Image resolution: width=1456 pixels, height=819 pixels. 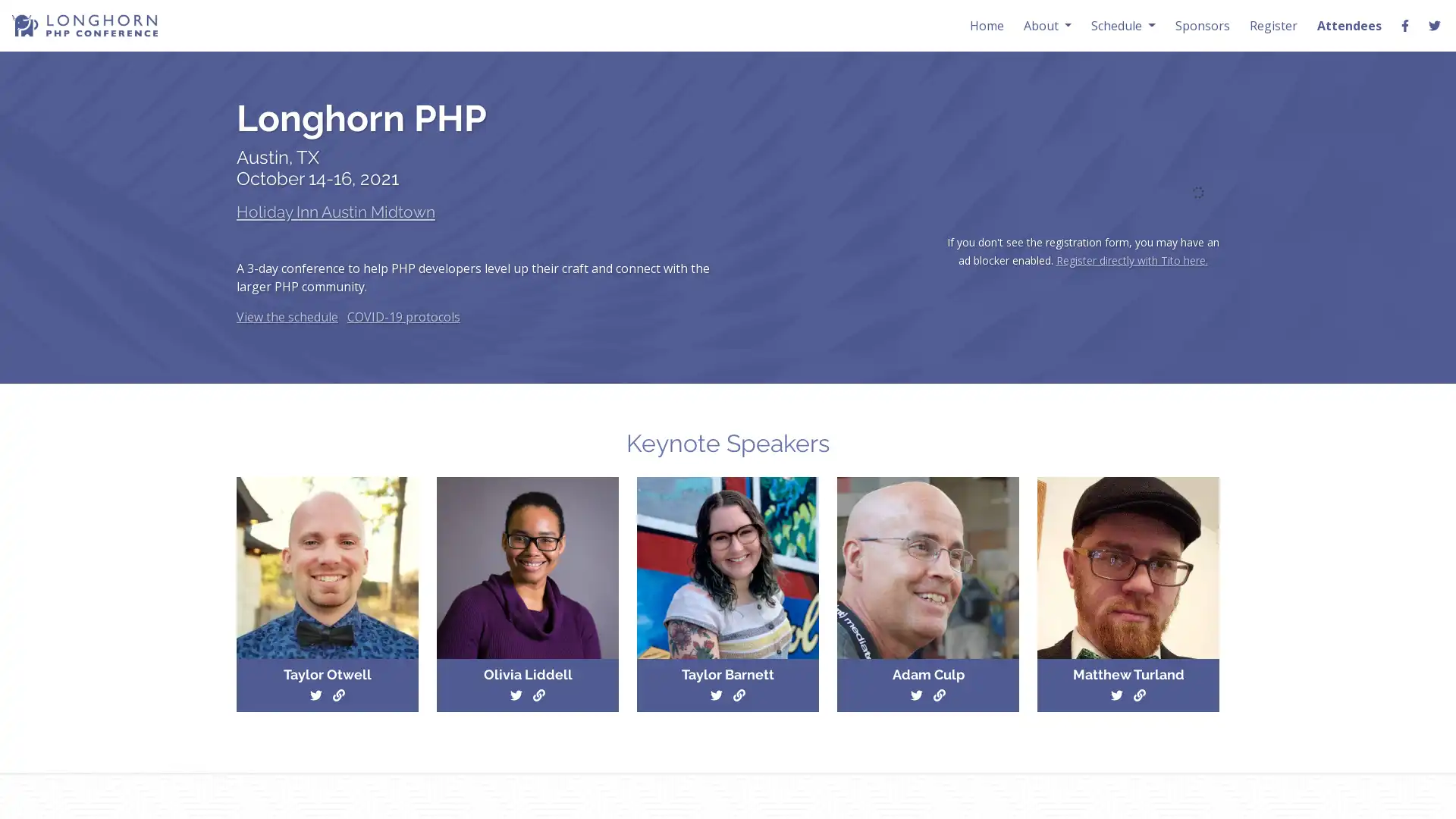 What do you see at coordinates (1123, 25) in the screenshot?
I see `Schedule` at bounding box center [1123, 25].